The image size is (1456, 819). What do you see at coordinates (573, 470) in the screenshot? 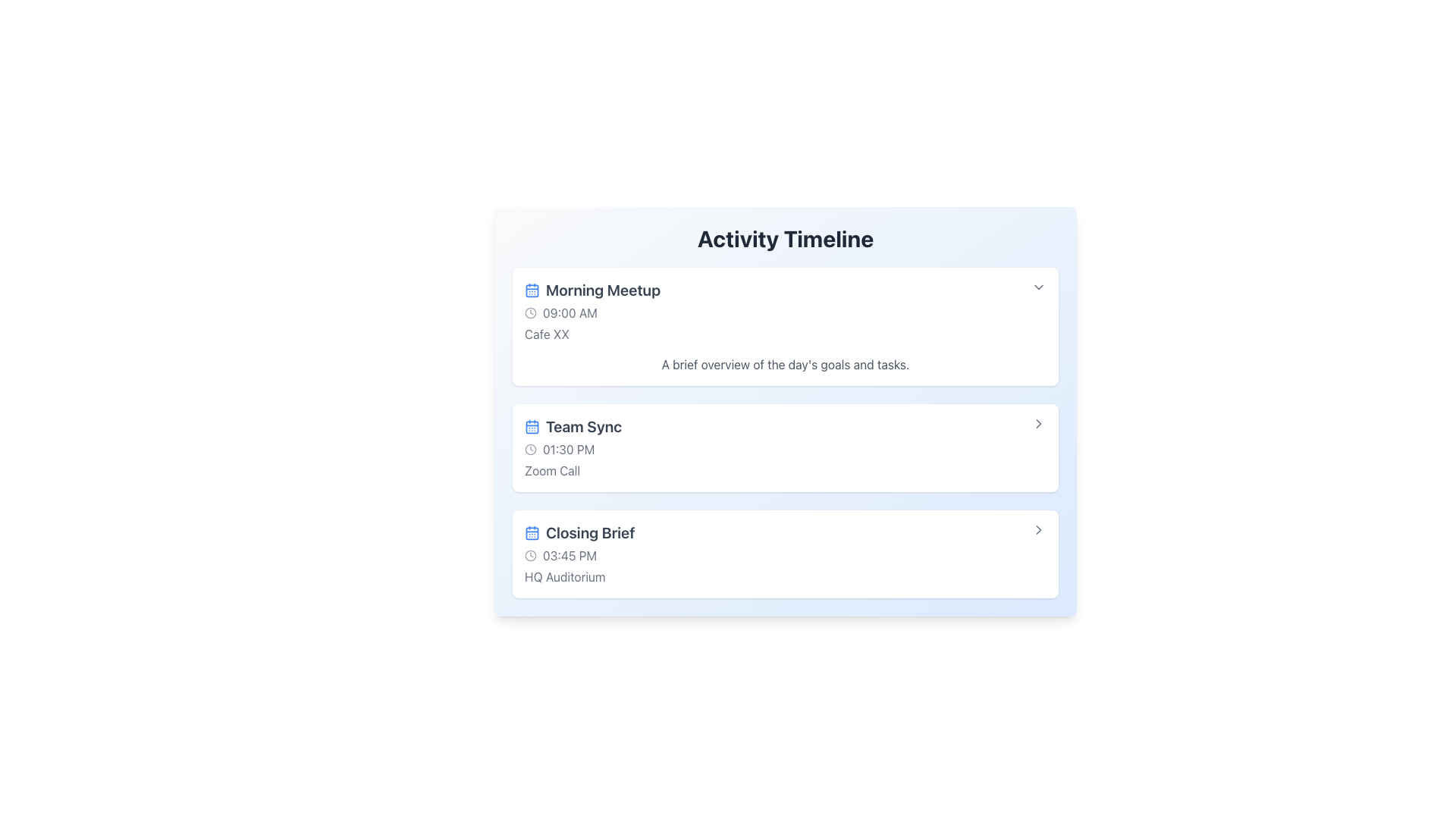
I see `the 'Zoom Call' text label displayed in gray, located in the 'Team Sync' section, below the time indicator '01:30 PM'` at bounding box center [573, 470].